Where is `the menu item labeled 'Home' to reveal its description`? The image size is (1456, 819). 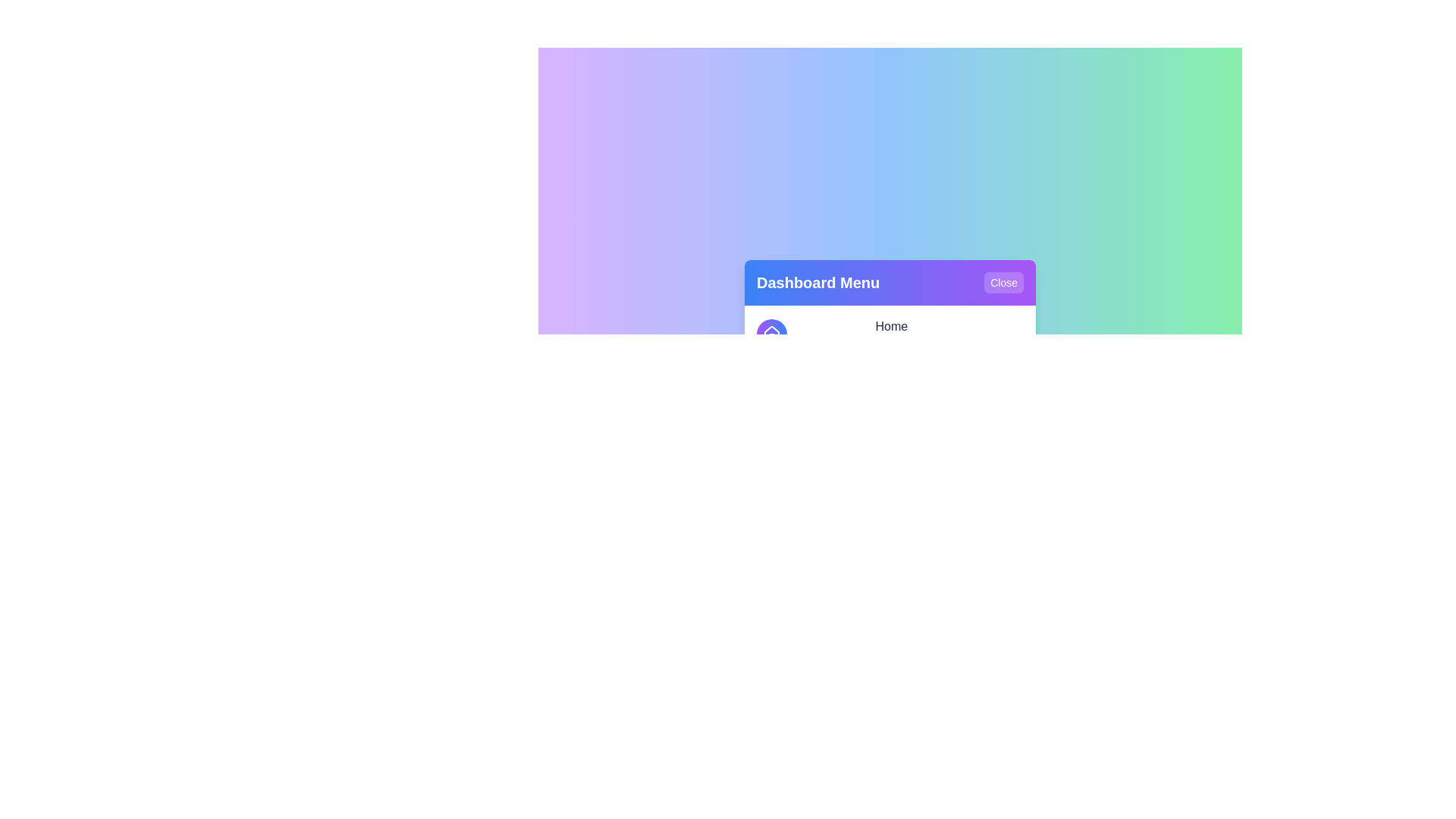 the menu item labeled 'Home' to reveal its description is located at coordinates (890, 333).